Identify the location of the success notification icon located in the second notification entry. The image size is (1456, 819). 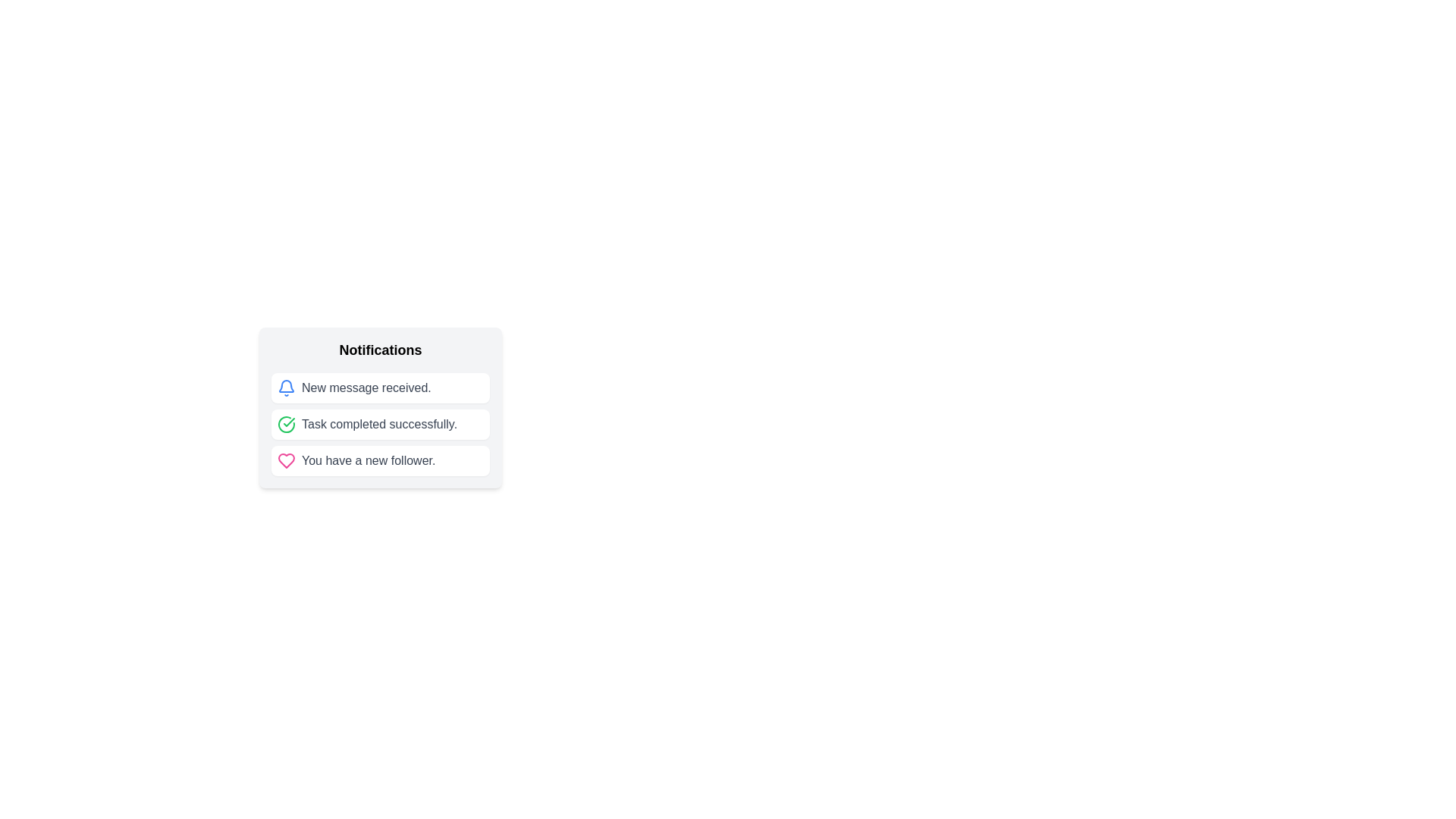
(287, 424).